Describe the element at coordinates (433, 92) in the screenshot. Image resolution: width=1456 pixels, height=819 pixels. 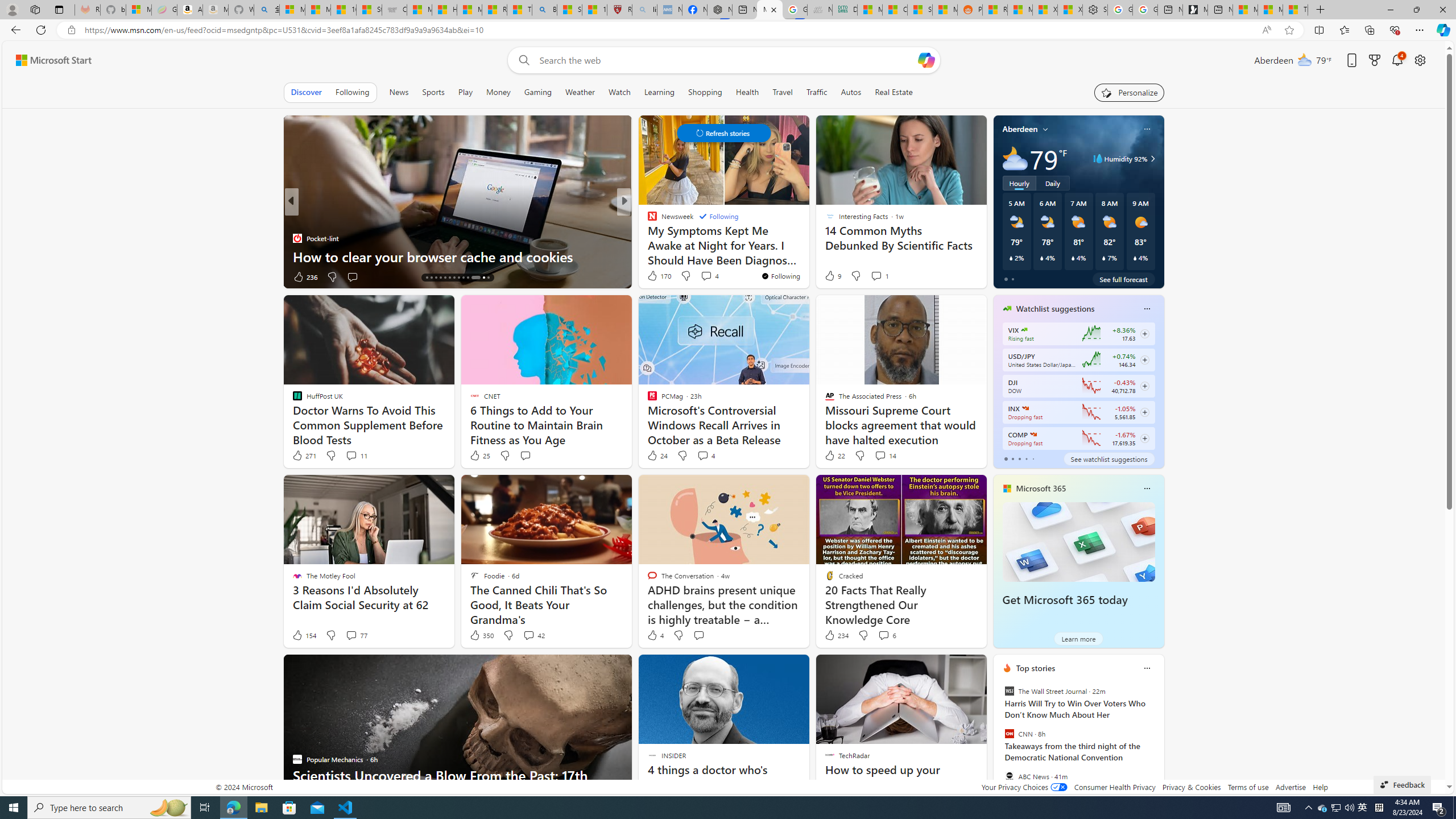
I see `'Sports'` at that location.